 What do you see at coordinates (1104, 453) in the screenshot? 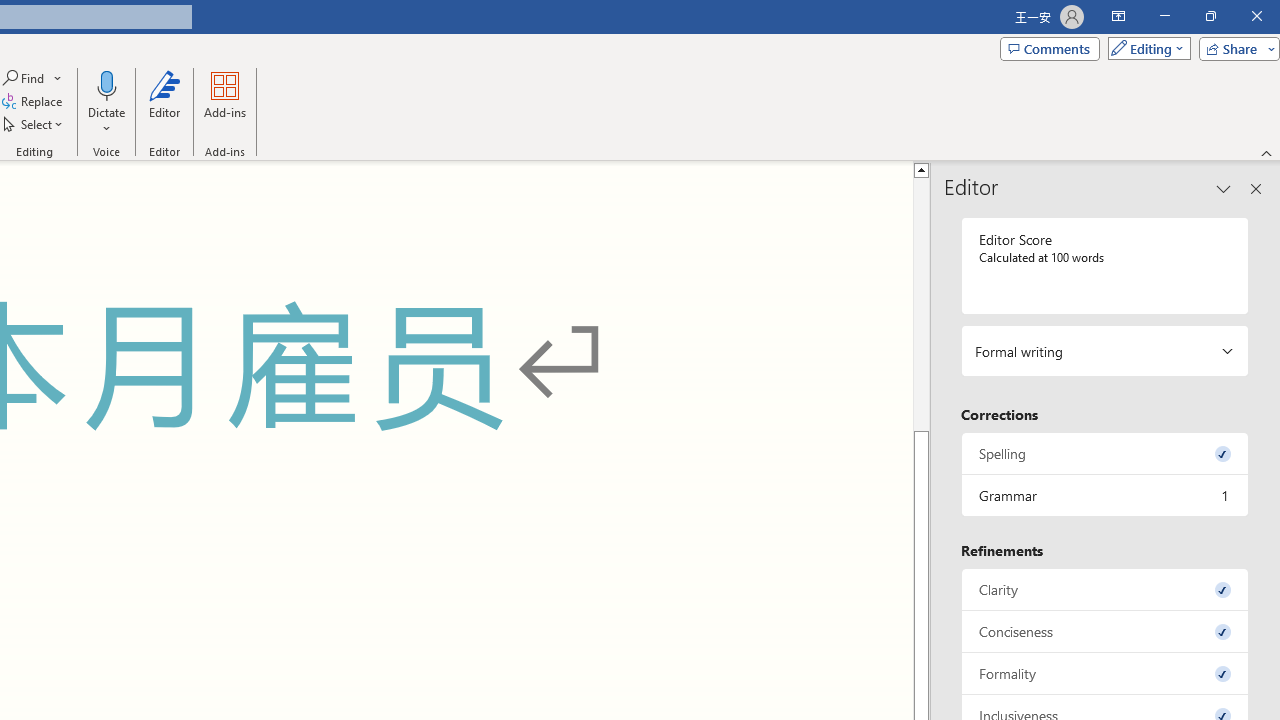
I see `'Spelling, 0 issues. Press space or enter to review items.'` at bounding box center [1104, 453].